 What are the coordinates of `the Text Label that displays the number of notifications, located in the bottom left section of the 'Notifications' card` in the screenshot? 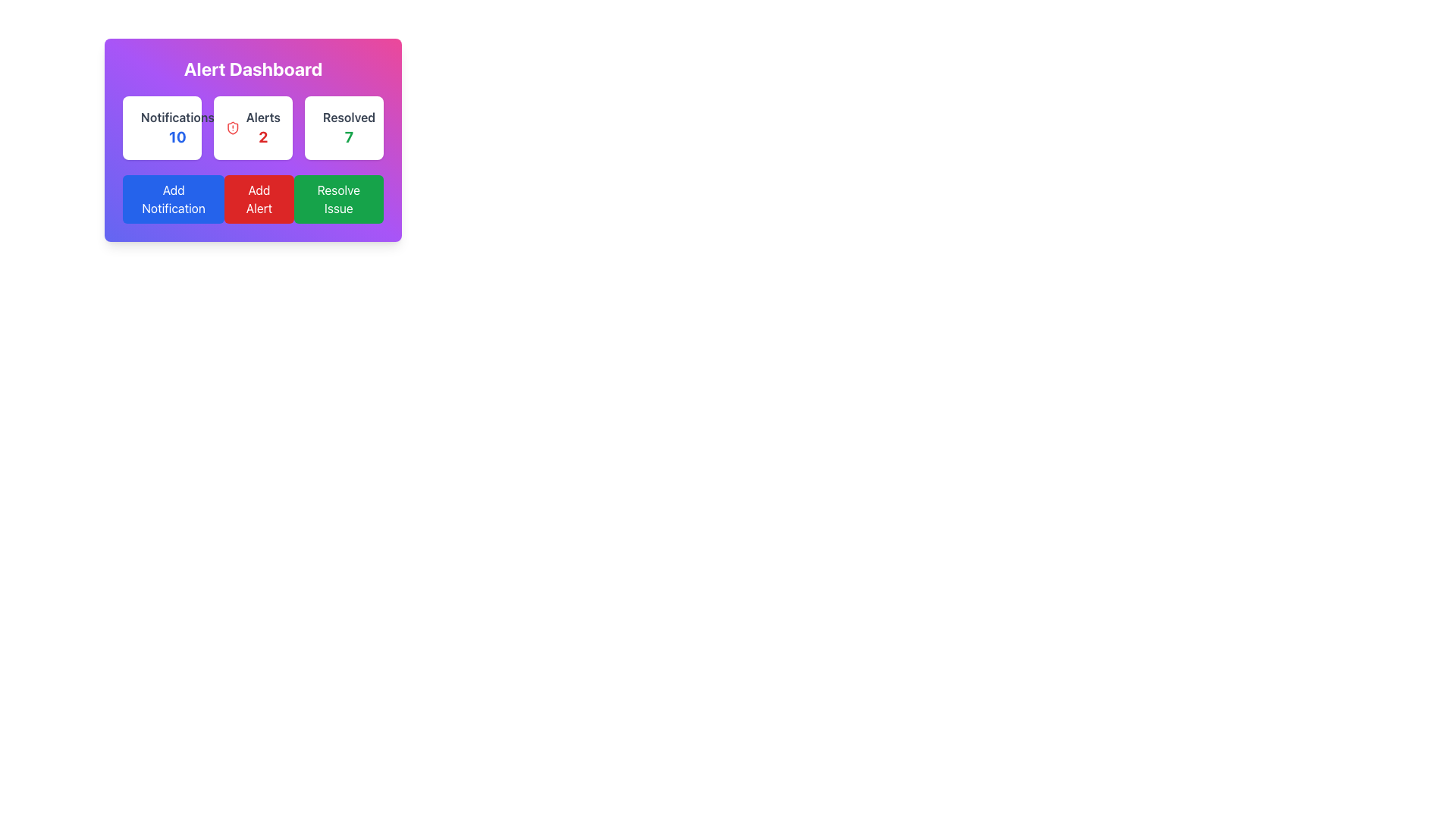 It's located at (177, 137).